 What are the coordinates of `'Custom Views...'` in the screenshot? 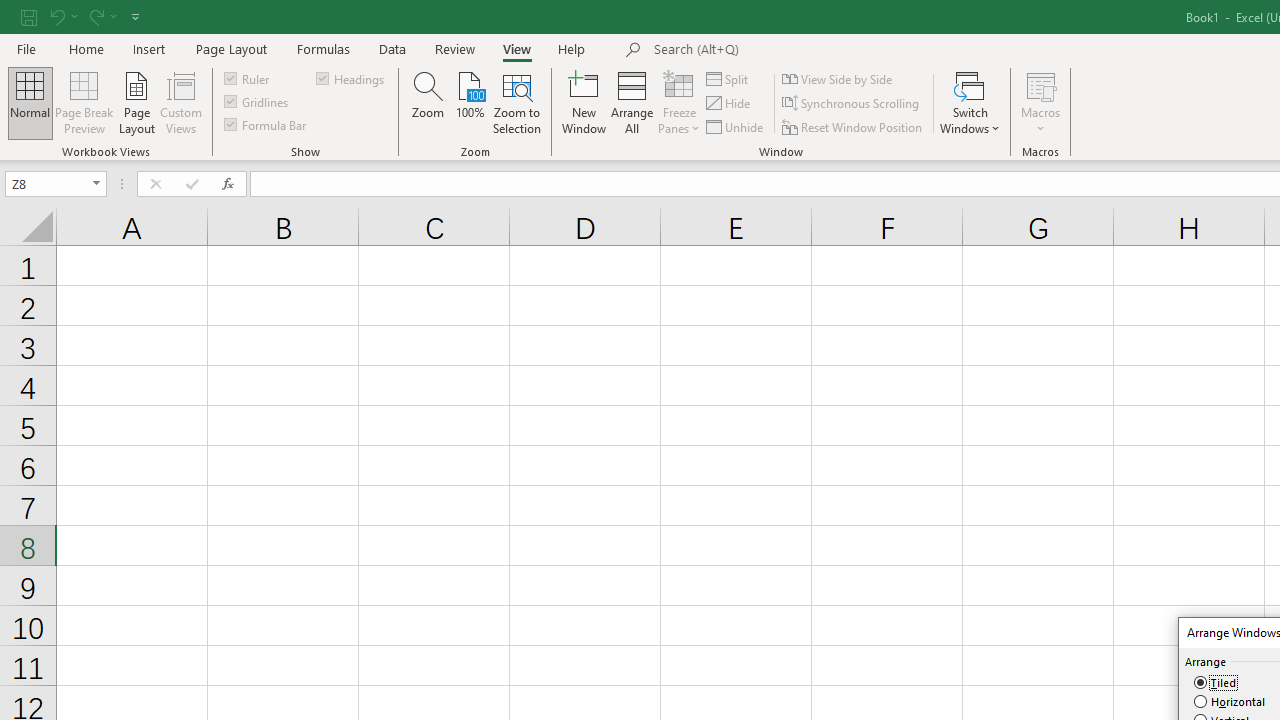 It's located at (181, 103).